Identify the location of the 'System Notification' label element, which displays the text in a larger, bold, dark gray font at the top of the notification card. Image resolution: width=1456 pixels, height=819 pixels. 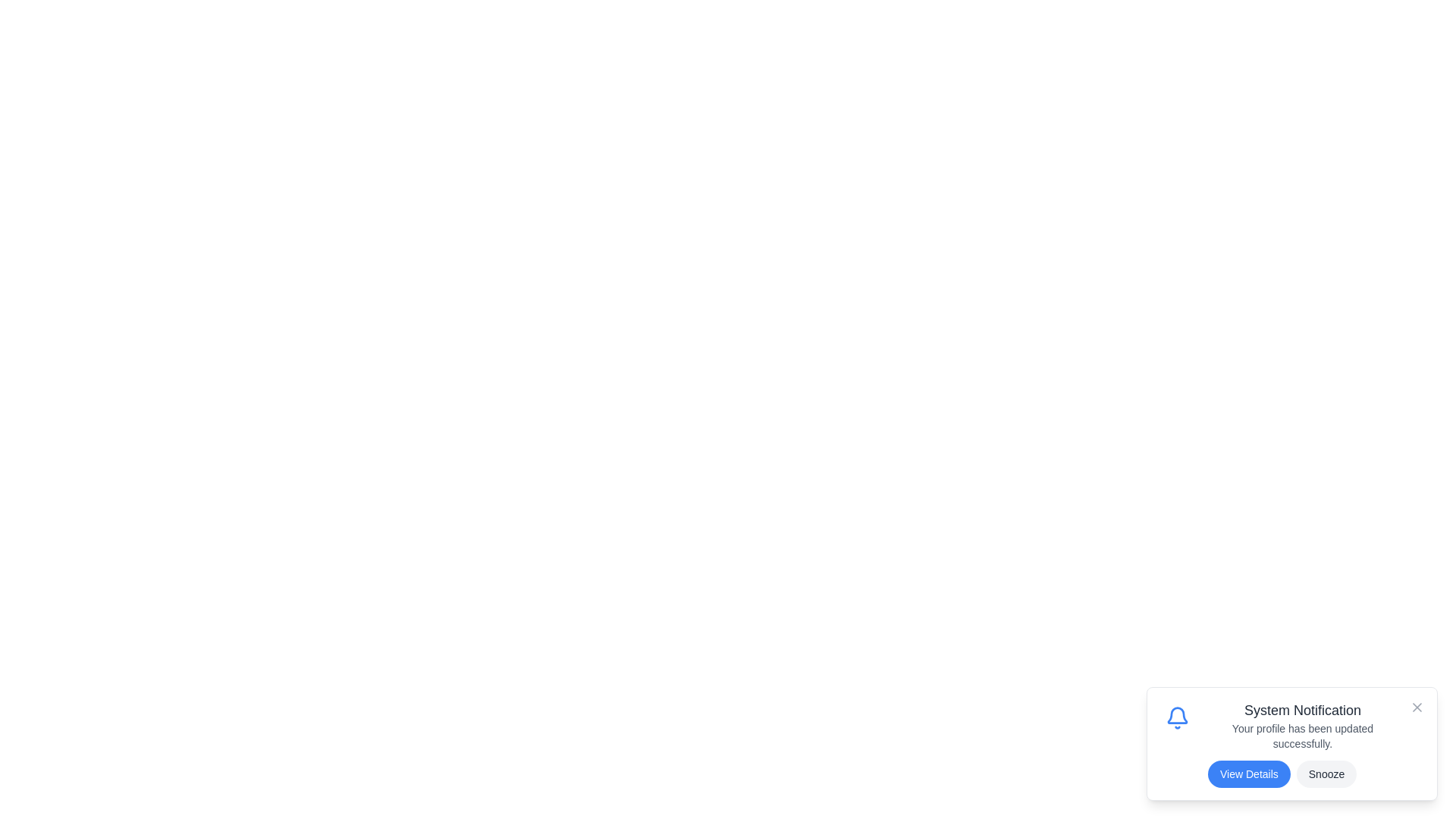
(1302, 711).